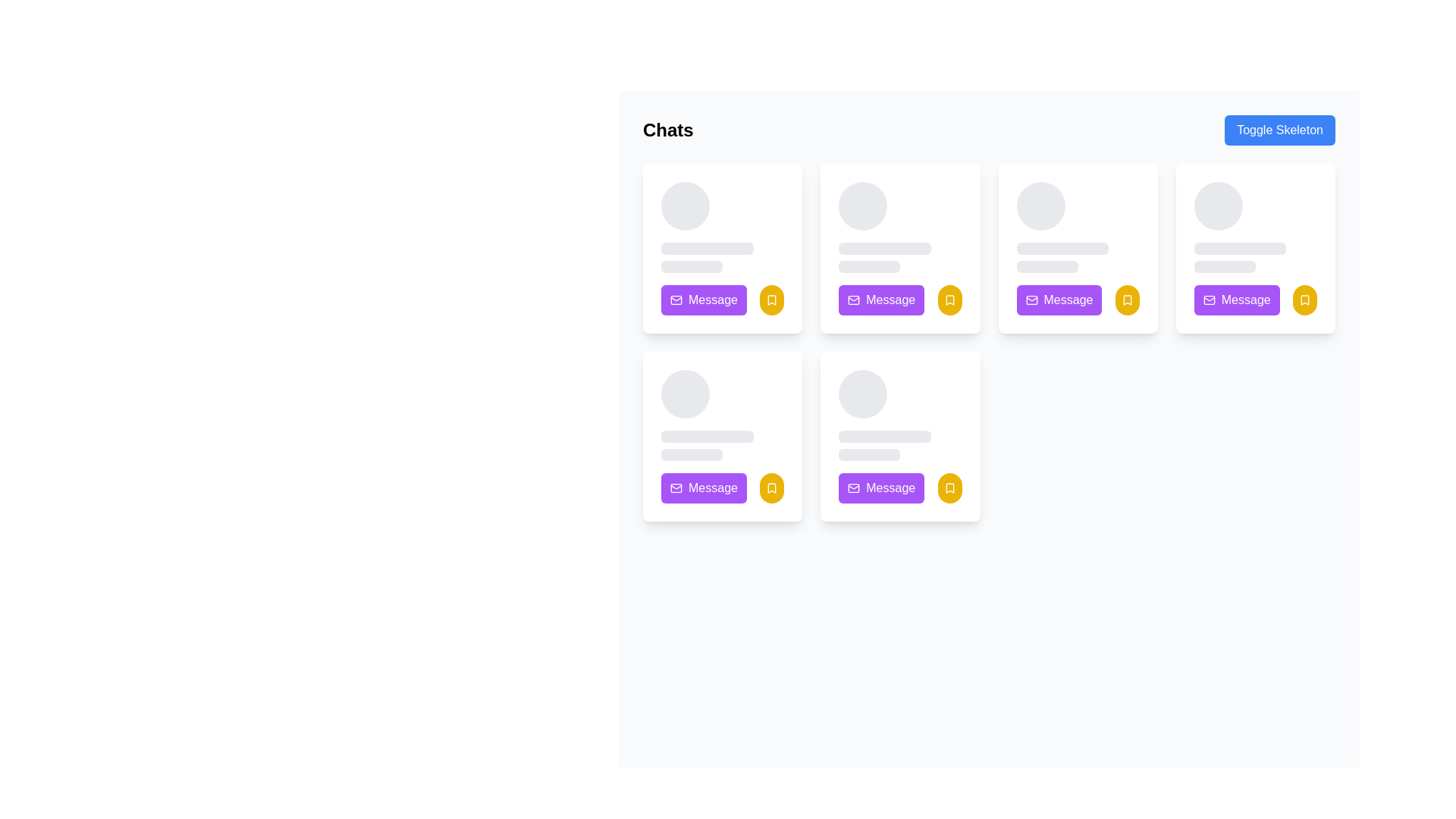  What do you see at coordinates (676, 488) in the screenshot?
I see `the decorative mail icon within the 'Message' button located at the bottom left card in the grid layout, indicating an active or selected state` at bounding box center [676, 488].